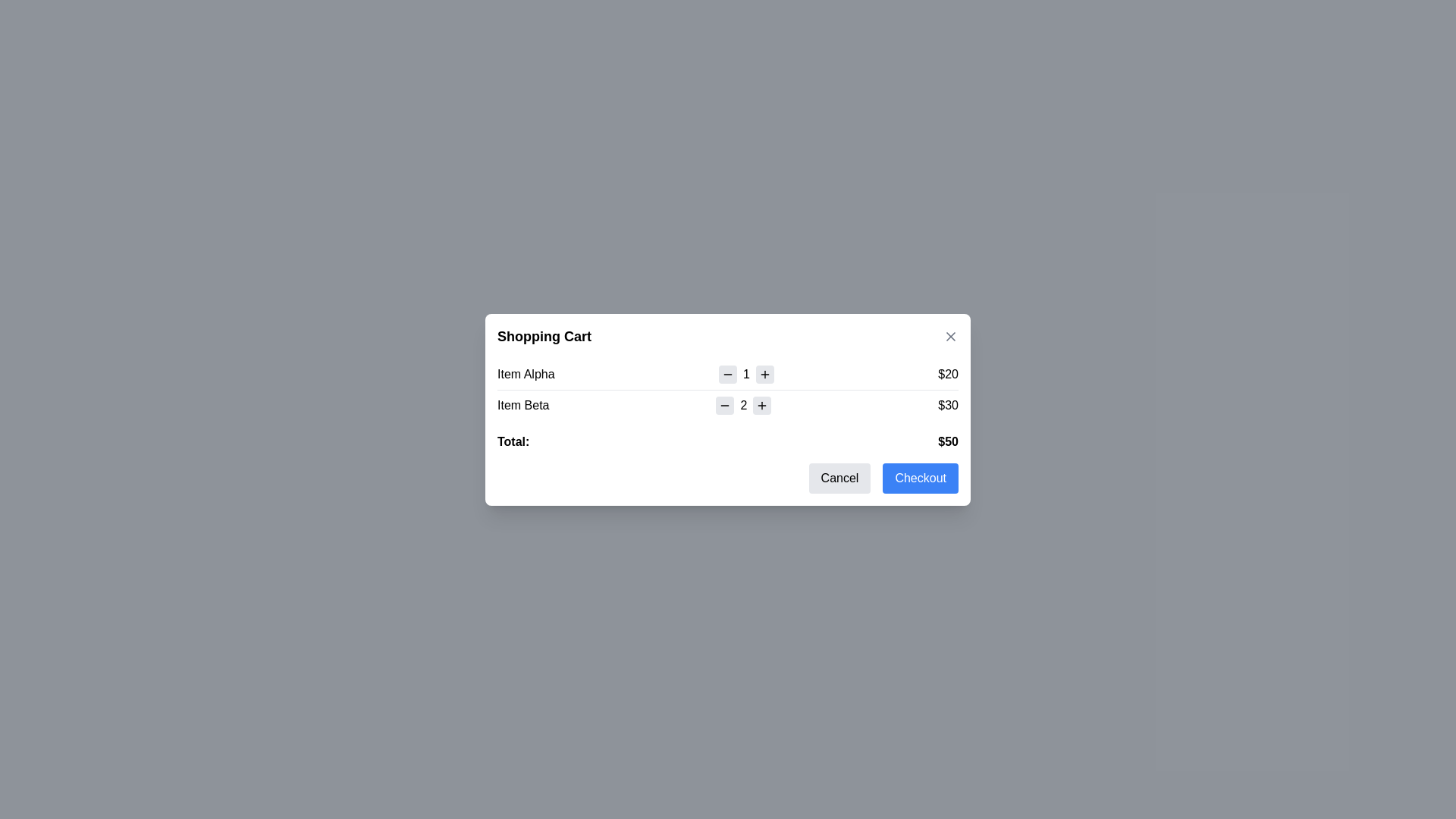  What do you see at coordinates (544, 335) in the screenshot?
I see `text of the header element located in the upper-left corner of the shopping cart interface, which serves as the title for the content below` at bounding box center [544, 335].